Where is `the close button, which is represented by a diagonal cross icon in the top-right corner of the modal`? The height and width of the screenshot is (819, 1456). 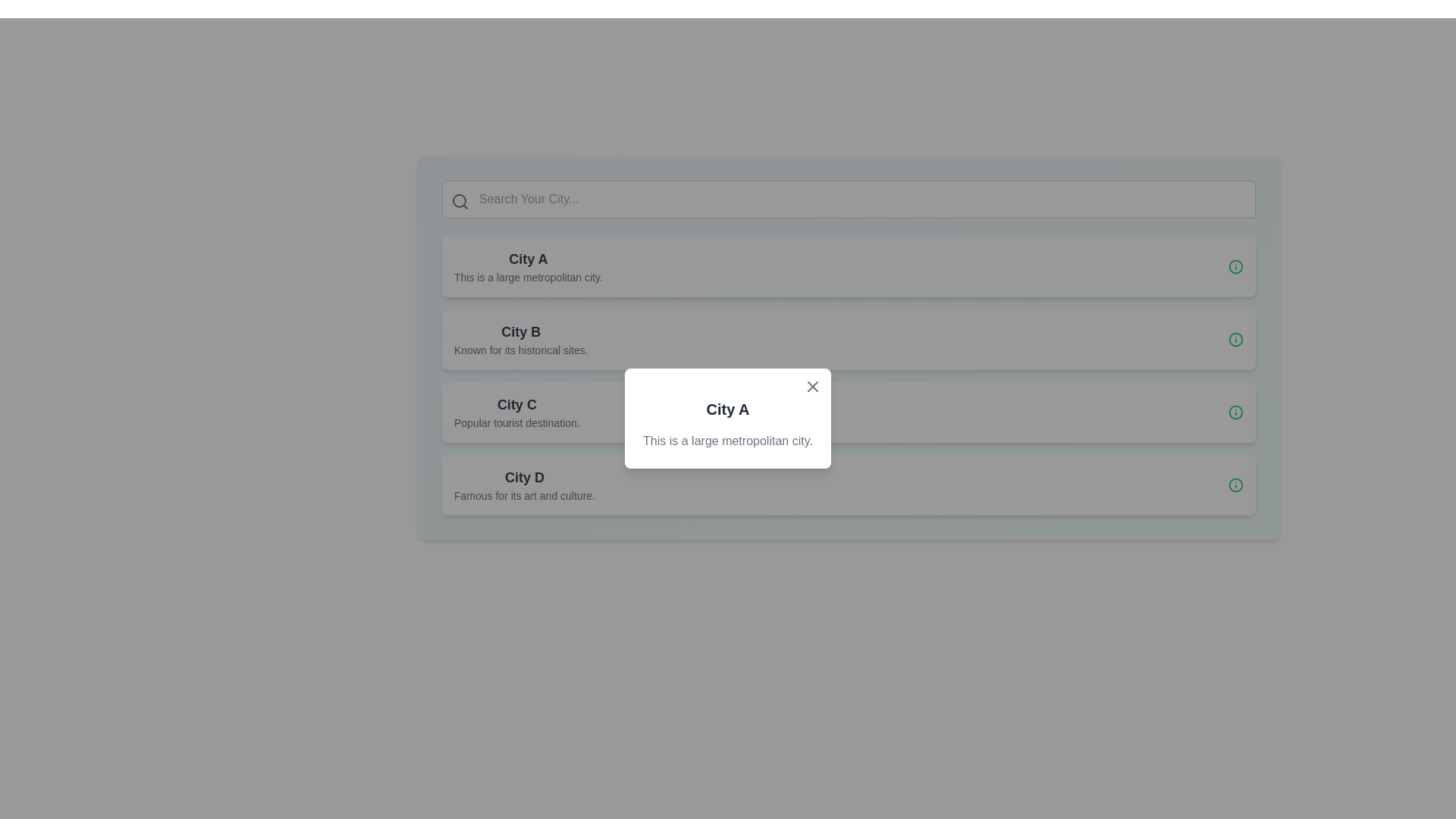
the close button, which is represented by a diagonal cross icon in the top-right corner of the modal is located at coordinates (811, 385).